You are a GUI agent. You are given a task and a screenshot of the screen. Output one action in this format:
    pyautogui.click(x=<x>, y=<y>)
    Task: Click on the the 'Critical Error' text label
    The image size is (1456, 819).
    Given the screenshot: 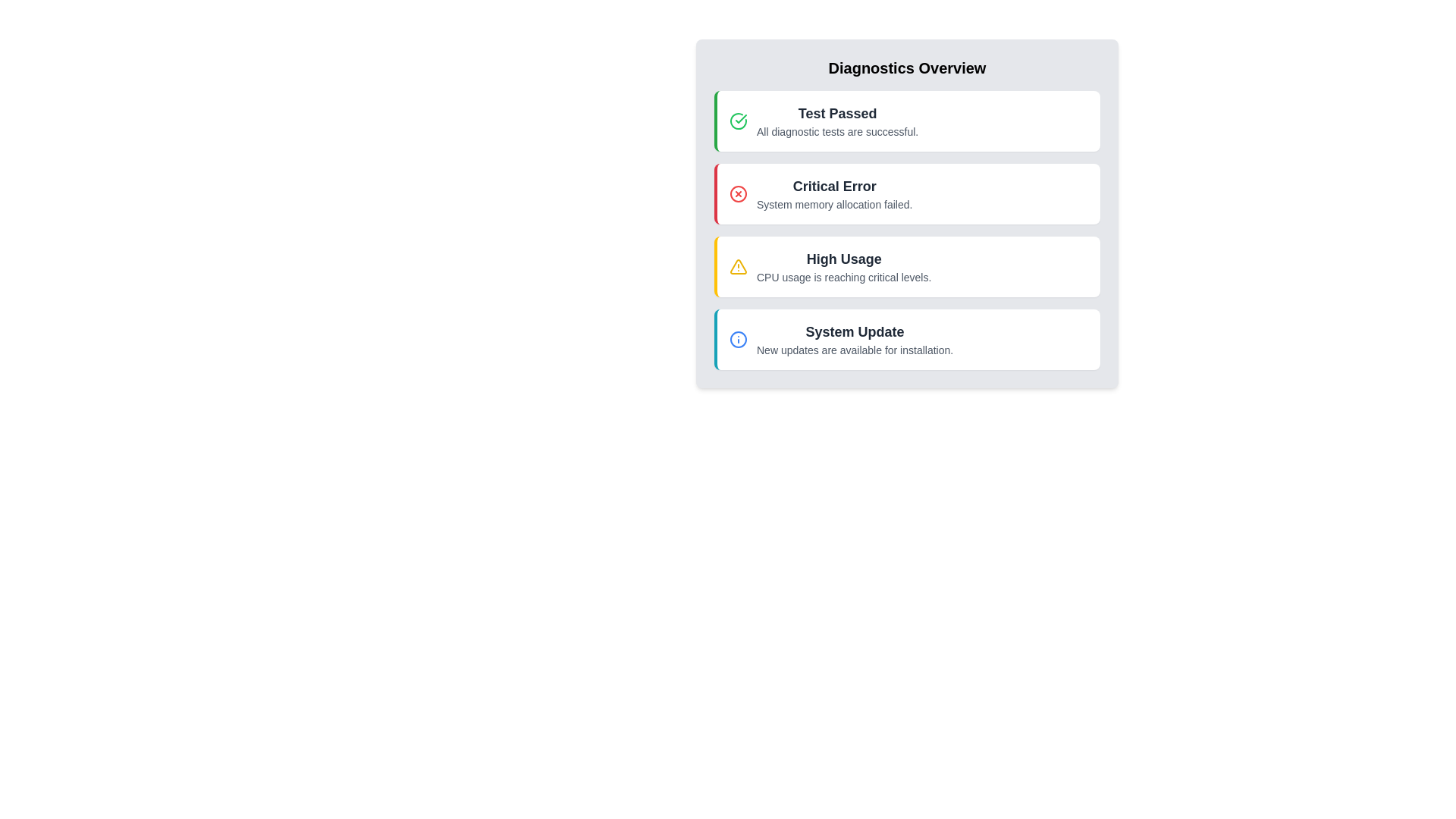 What is the action you would take?
    pyautogui.click(x=833, y=186)
    